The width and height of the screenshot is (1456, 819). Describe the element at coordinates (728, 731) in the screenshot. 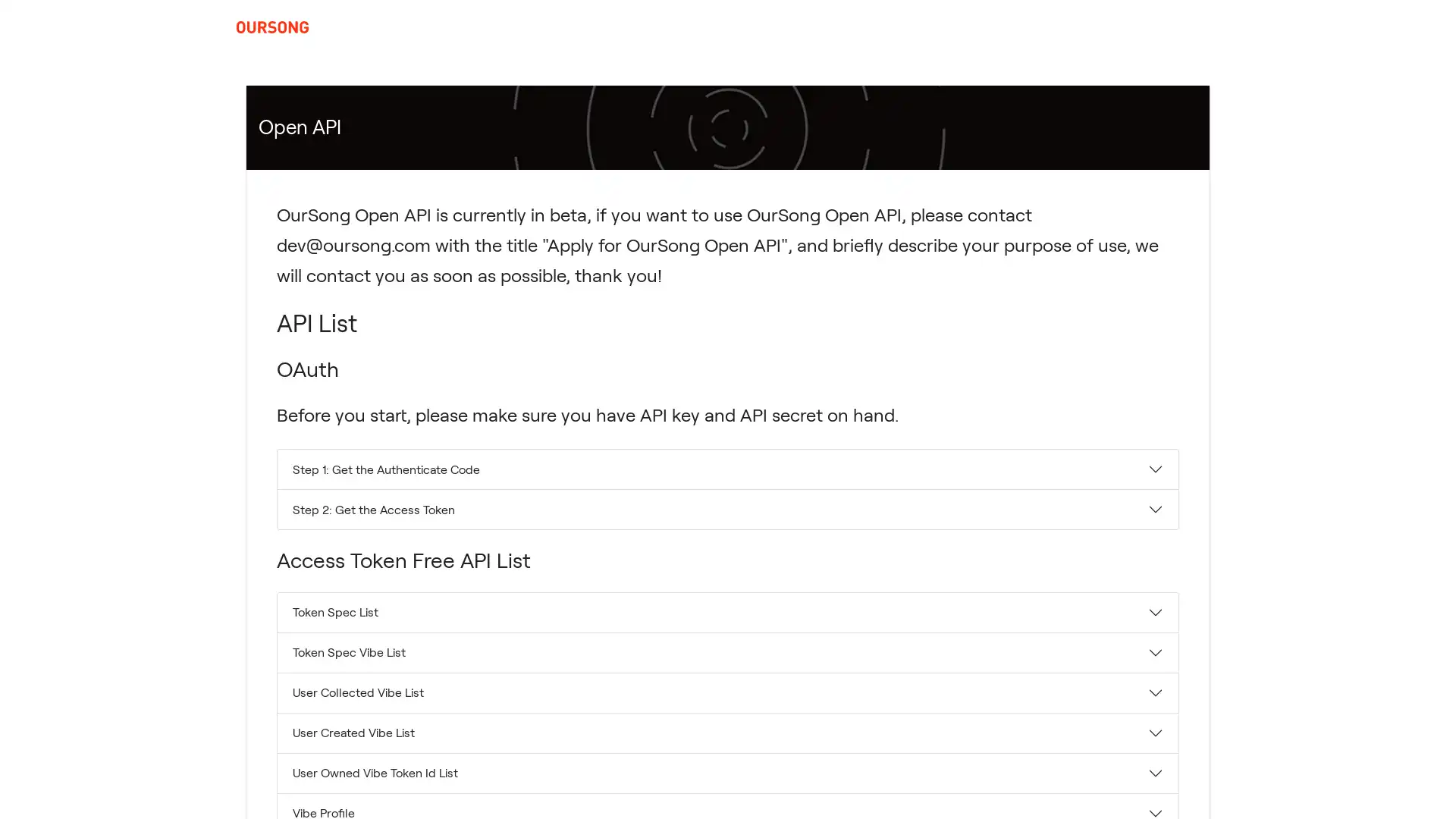

I see `User Created Vibe List` at that location.